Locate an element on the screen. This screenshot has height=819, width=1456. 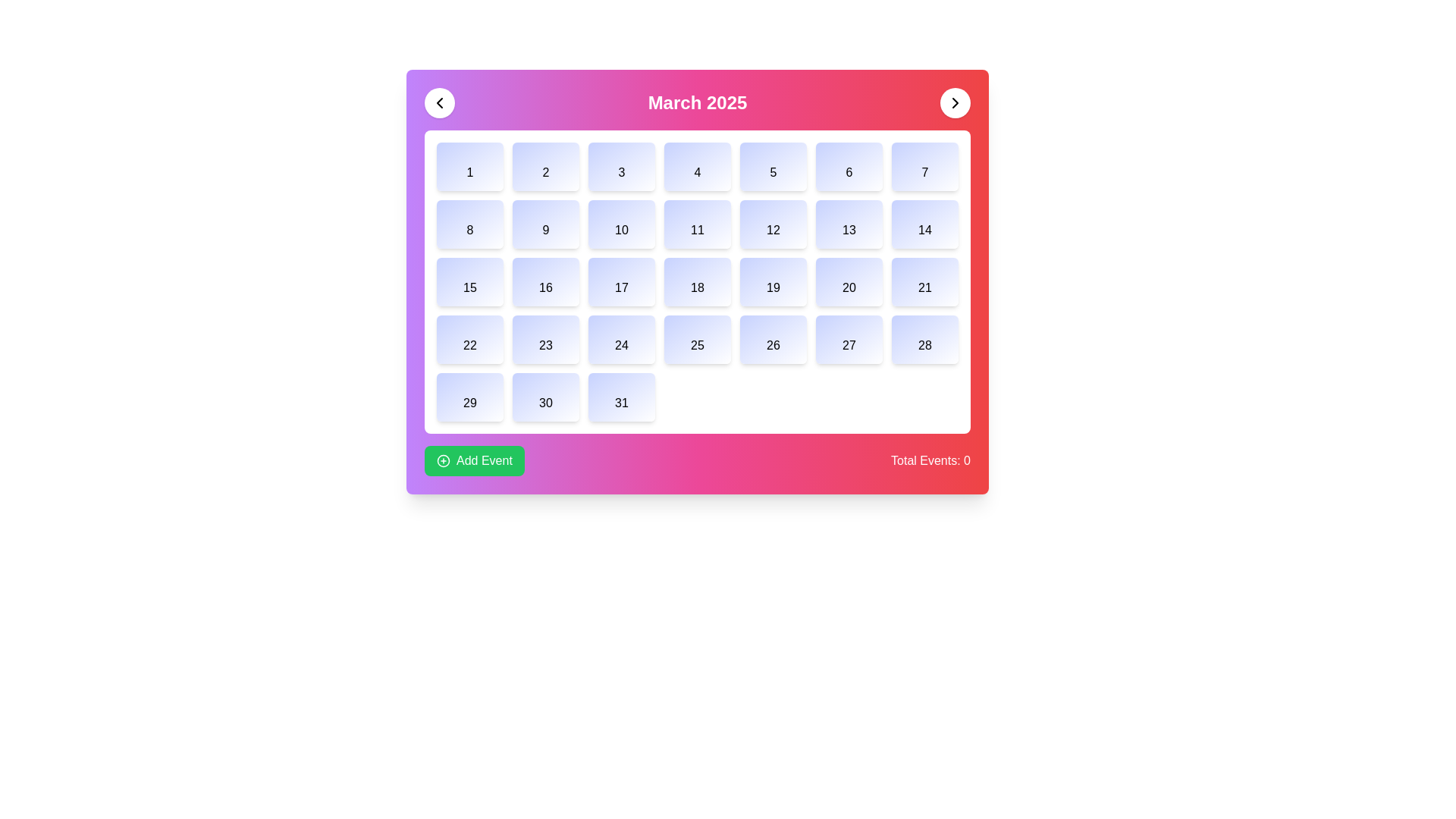
the Date representation cell displaying the number '27' in a grid layout under the header 'March 2025' is located at coordinates (848, 338).